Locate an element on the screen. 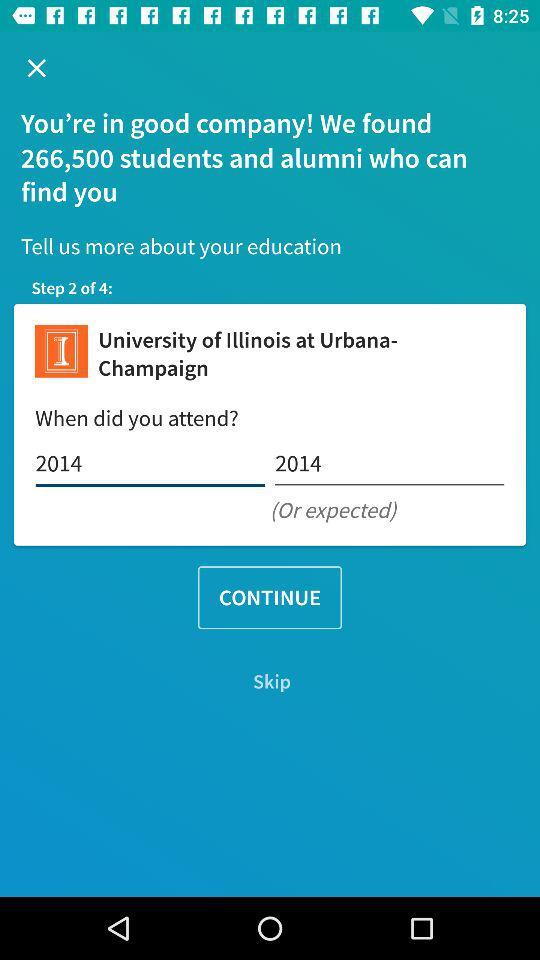 The width and height of the screenshot is (540, 960). the item below the (or expected) item is located at coordinates (270, 597).